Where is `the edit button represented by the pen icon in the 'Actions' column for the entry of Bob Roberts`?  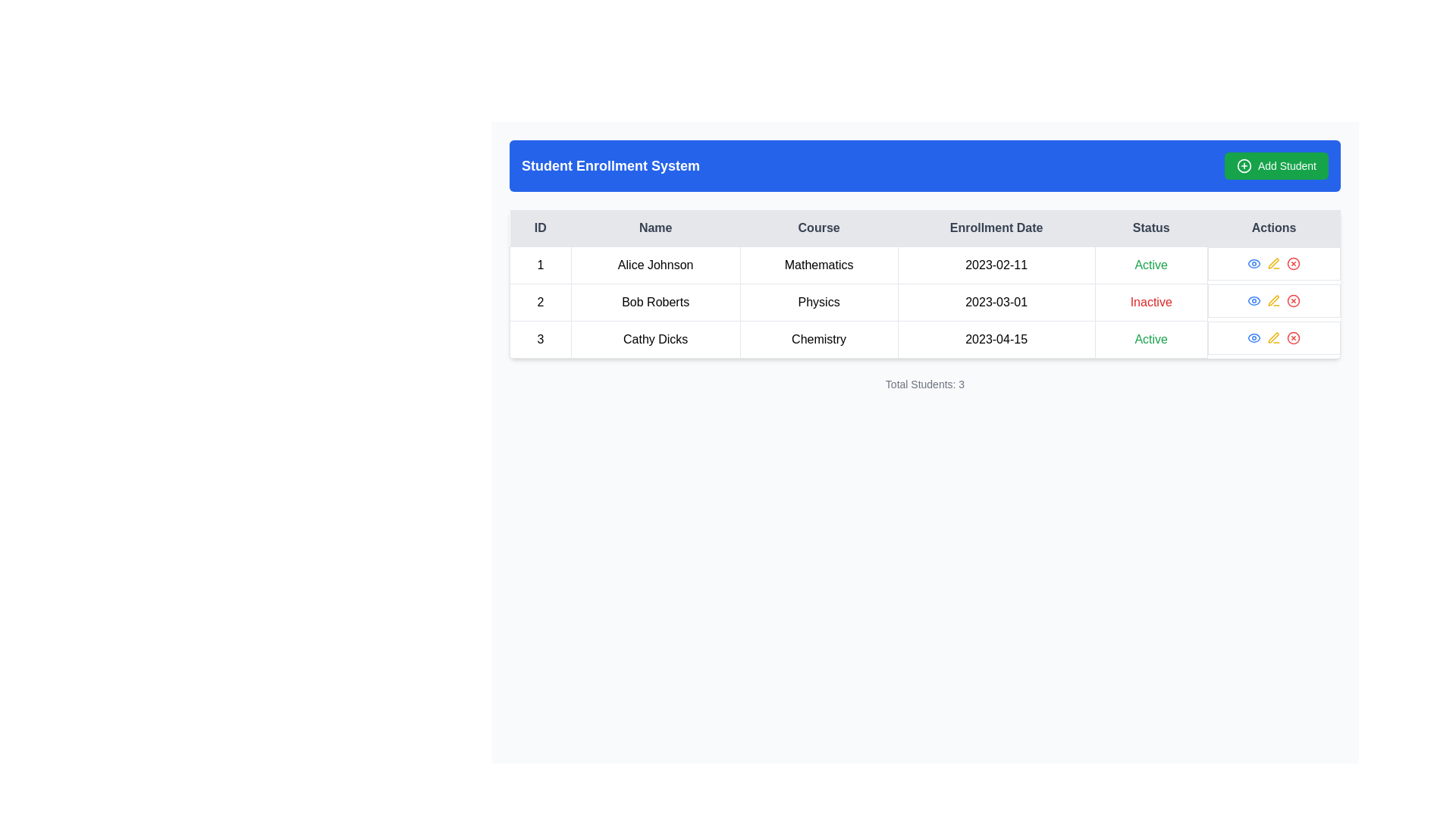 the edit button represented by the pen icon in the 'Actions' column for the entry of Bob Roberts is located at coordinates (1274, 337).